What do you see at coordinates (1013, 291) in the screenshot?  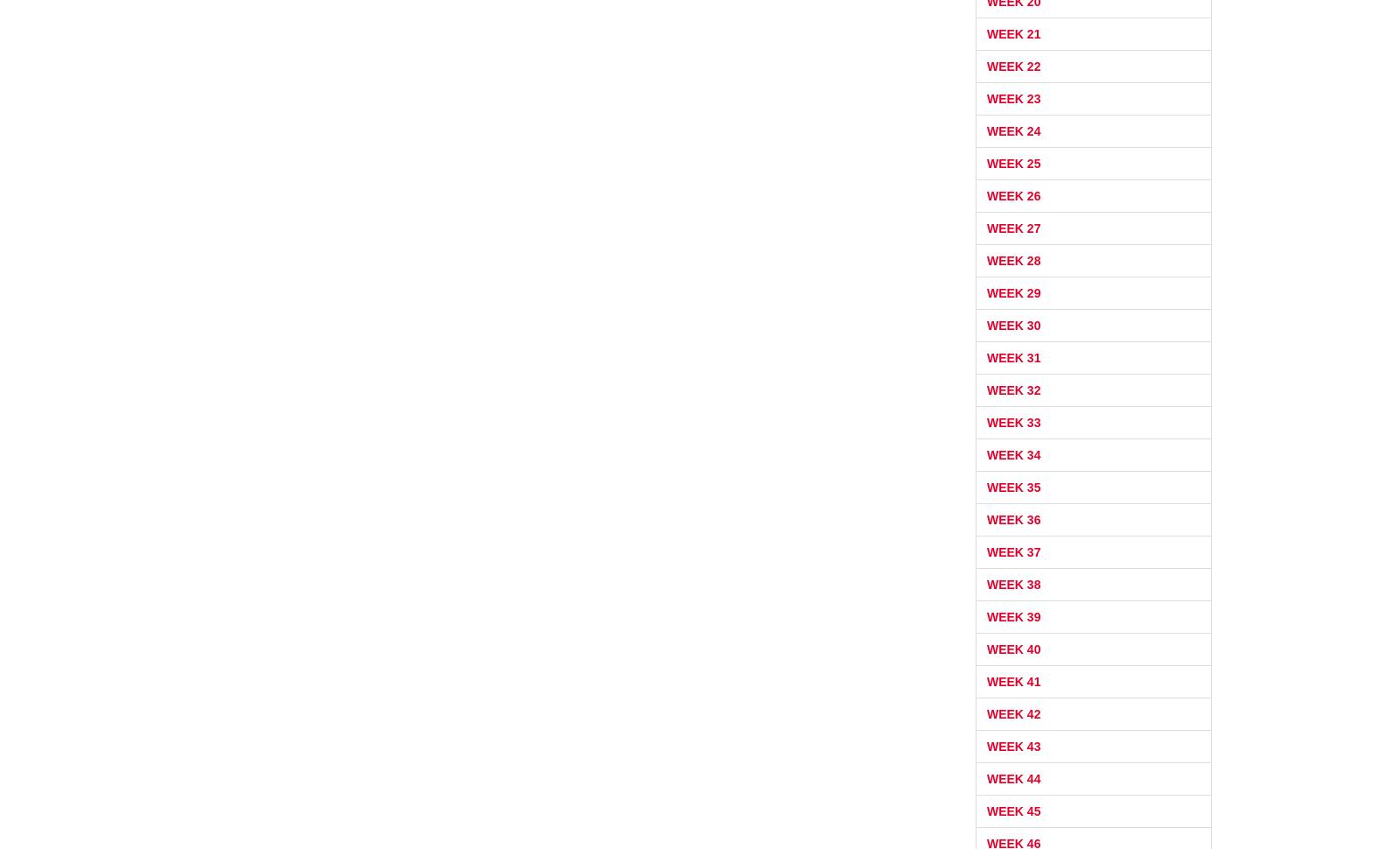 I see `'Week 29'` at bounding box center [1013, 291].